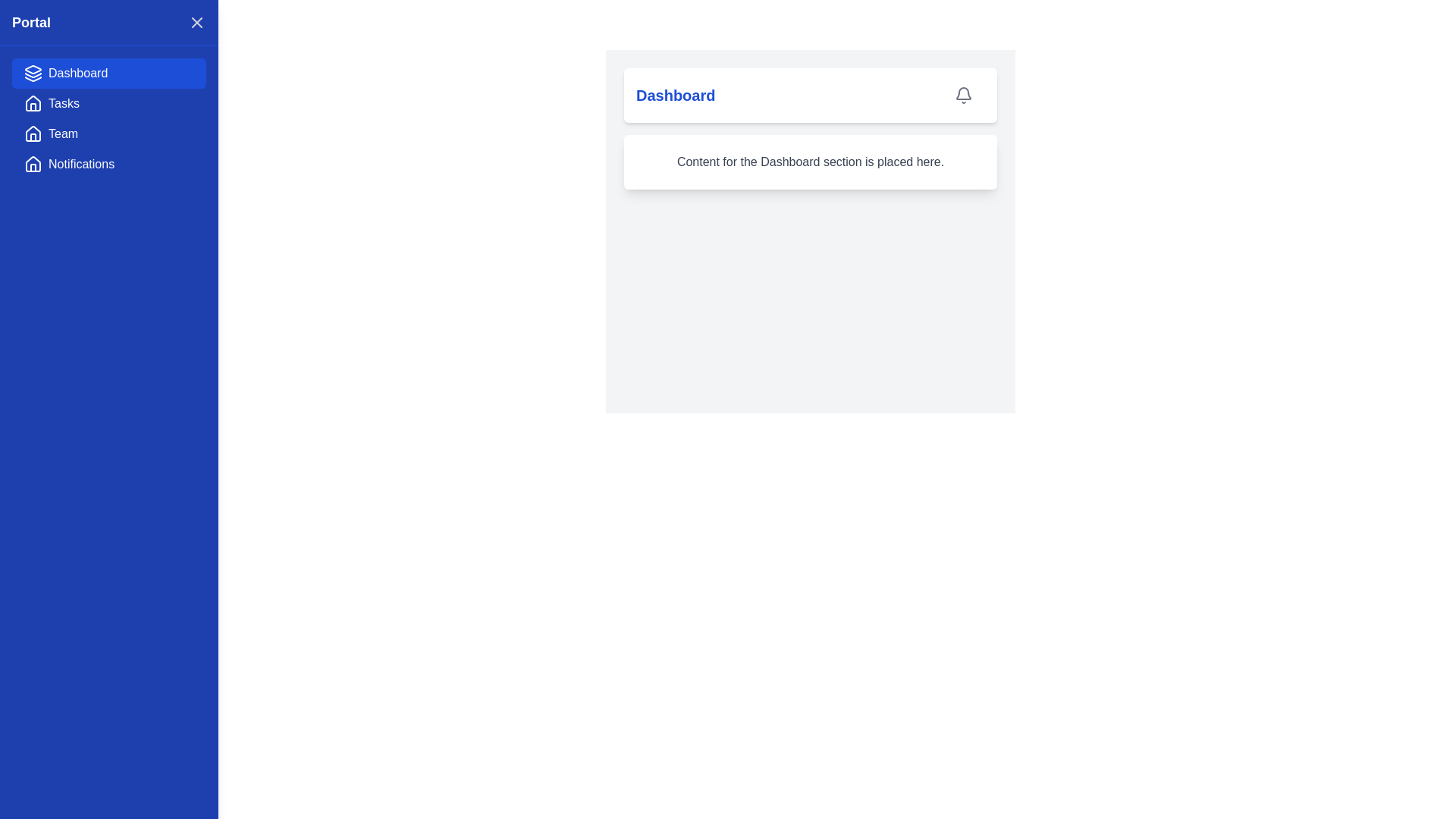 This screenshot has height=819, width=1456. What do you see at coordinates (963, 96) in the screenshot?
I see `the notification bell icon located at the top-right corner of the Dashboard heading bar` at bounding box center [963, 96].